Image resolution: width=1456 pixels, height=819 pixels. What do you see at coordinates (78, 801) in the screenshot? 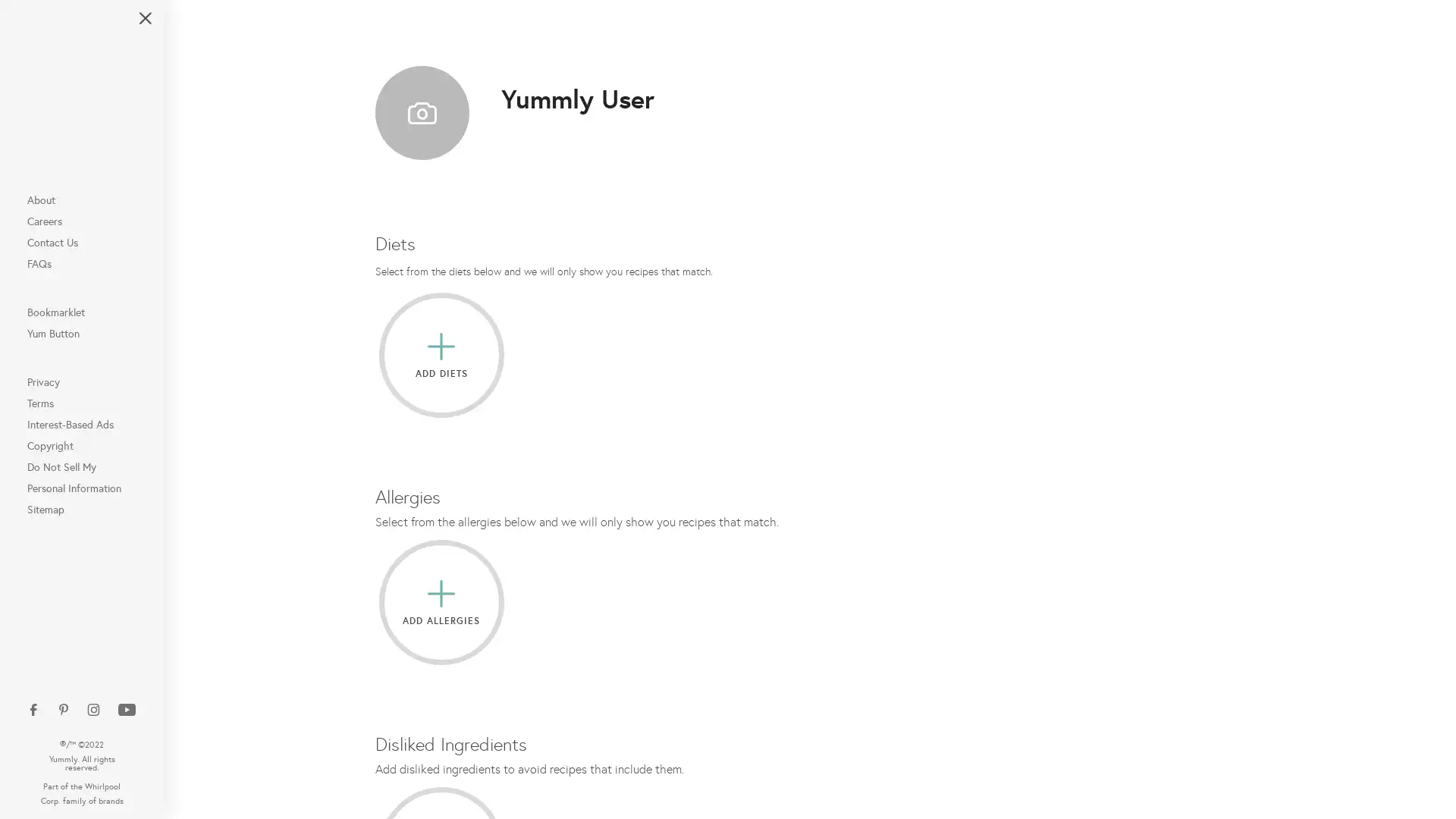
I see `Do Not Sell My Personal Information` at bounding box center [78, 801].